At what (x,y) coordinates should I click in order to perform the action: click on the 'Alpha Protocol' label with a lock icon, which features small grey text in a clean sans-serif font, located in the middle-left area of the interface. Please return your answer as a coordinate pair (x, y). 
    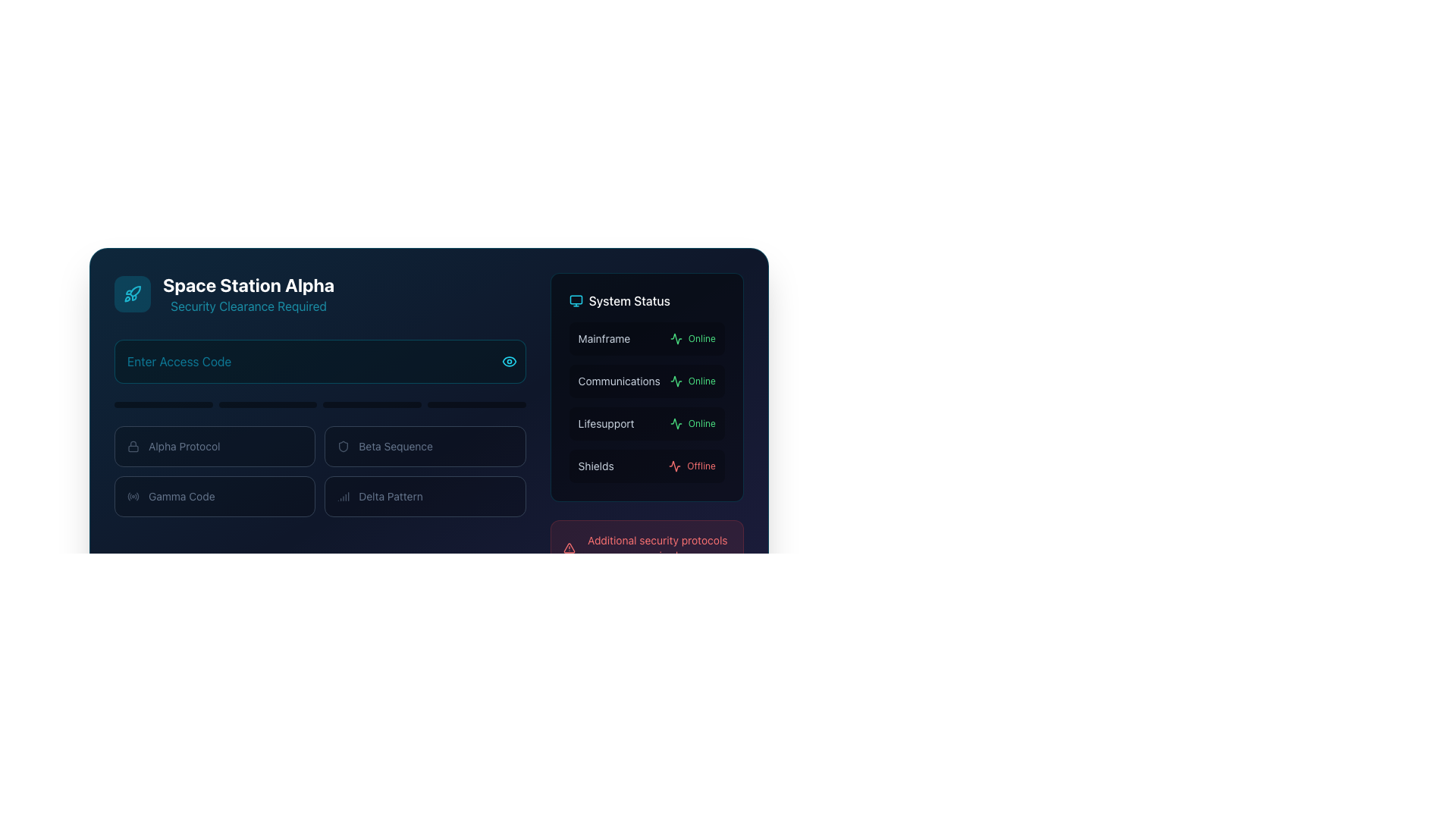
    Looking at the image, I should click on (214, 446).